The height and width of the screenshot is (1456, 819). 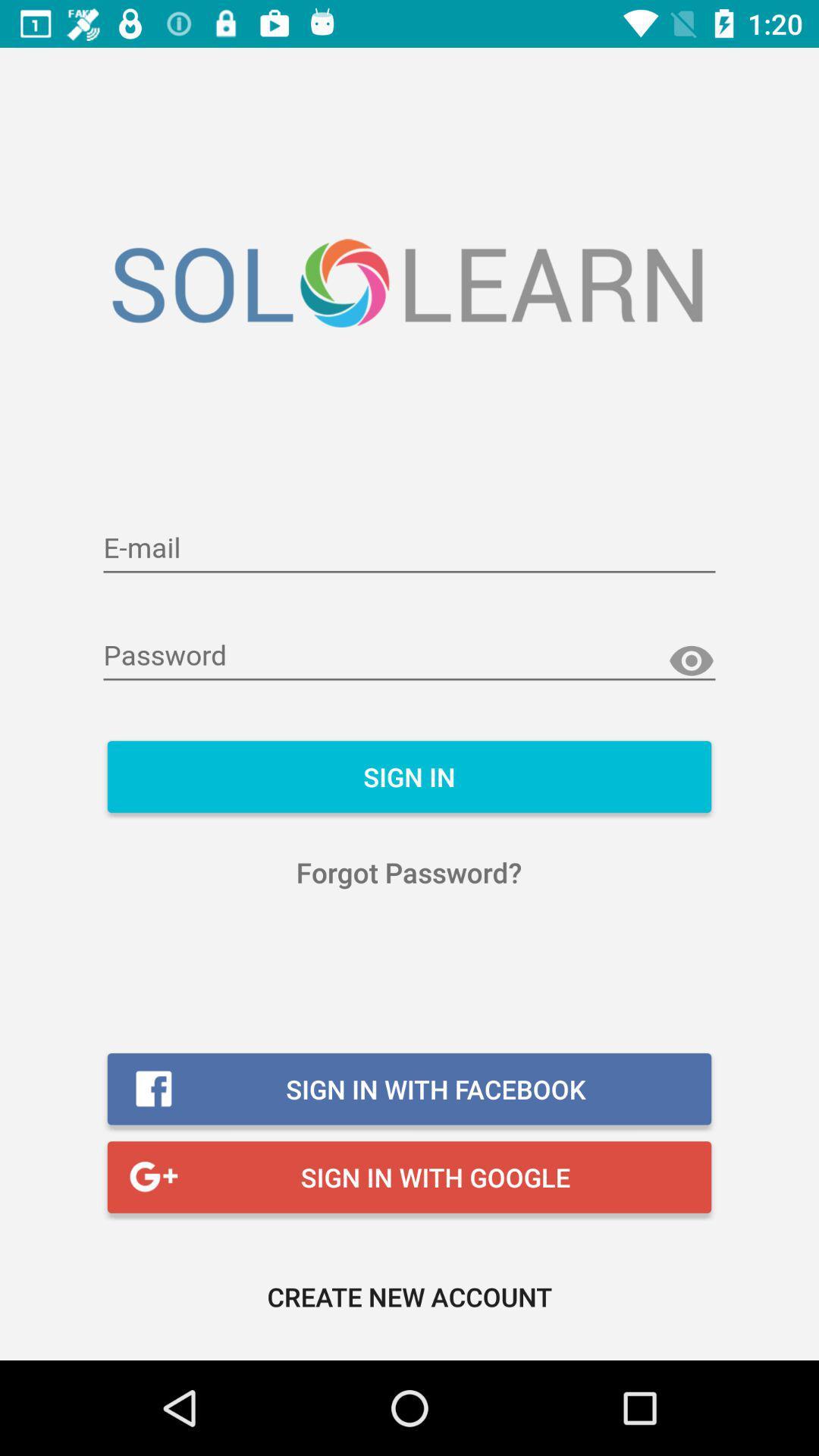 I want to click on create new account item, so click(x=409, y=1295).